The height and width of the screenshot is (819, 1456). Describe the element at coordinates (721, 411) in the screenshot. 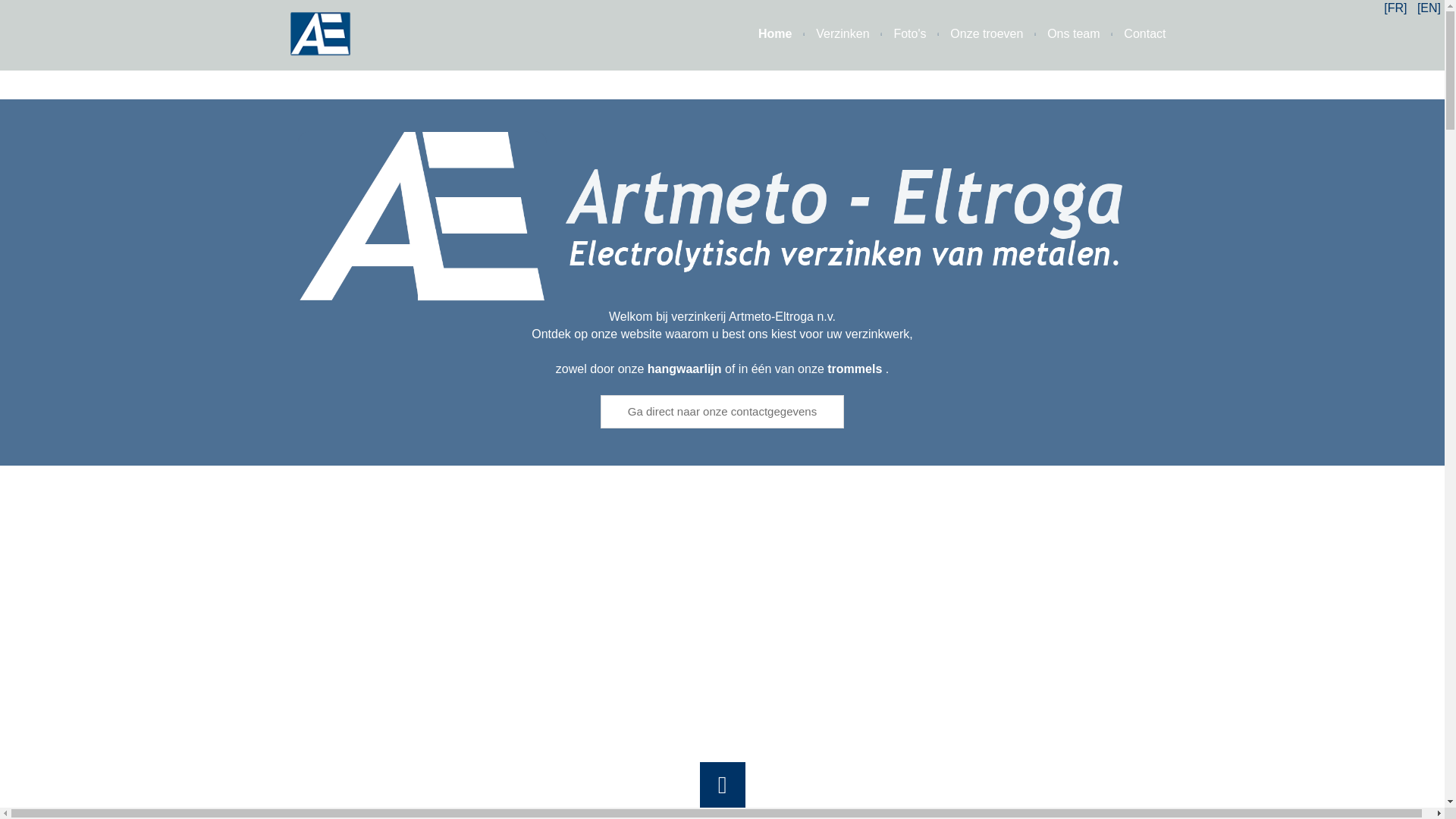

I see `'Ga direct naar onze contactgegevens'` at that location.